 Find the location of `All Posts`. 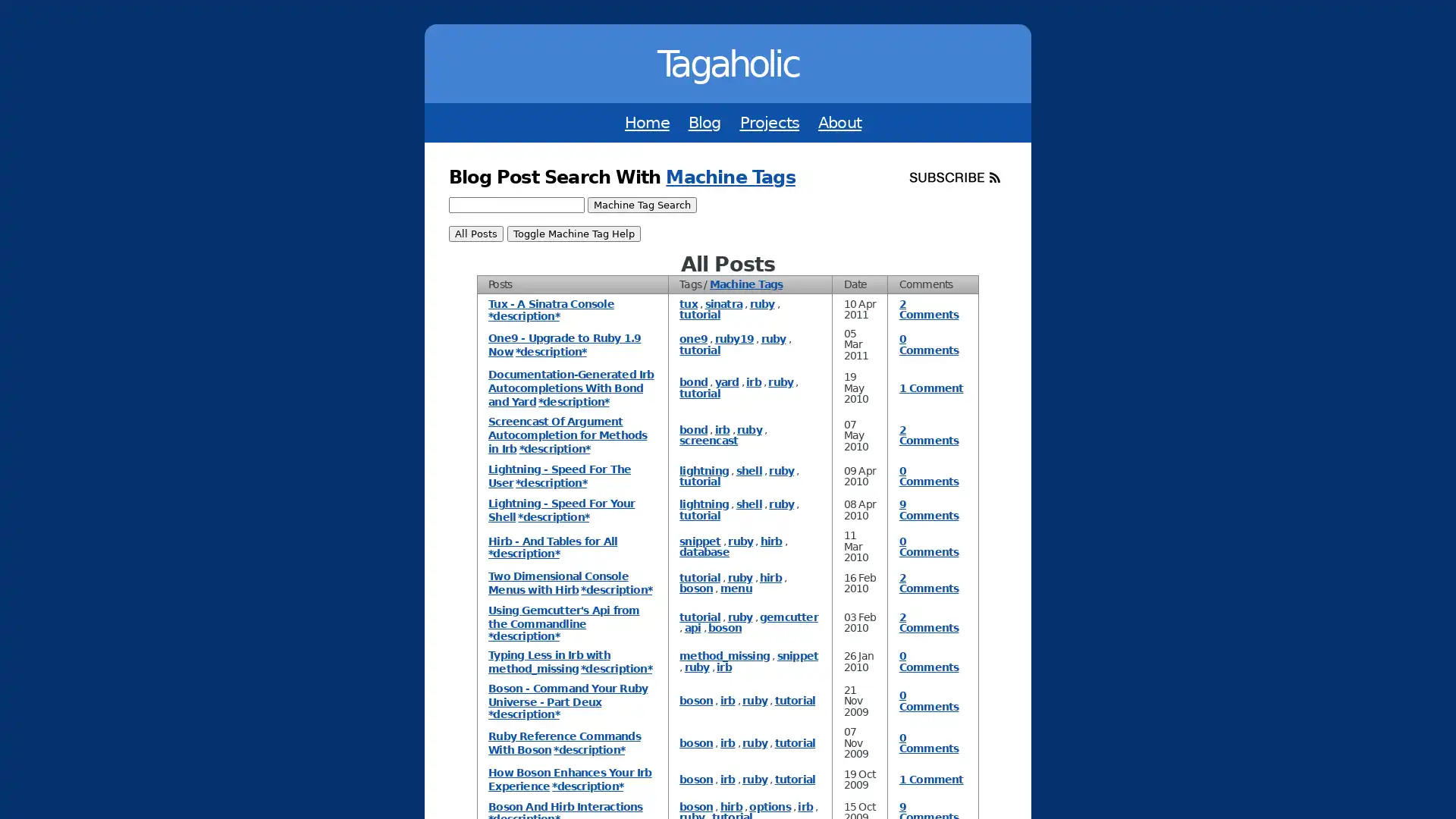

All Posts is located at coordinates (475, 234).